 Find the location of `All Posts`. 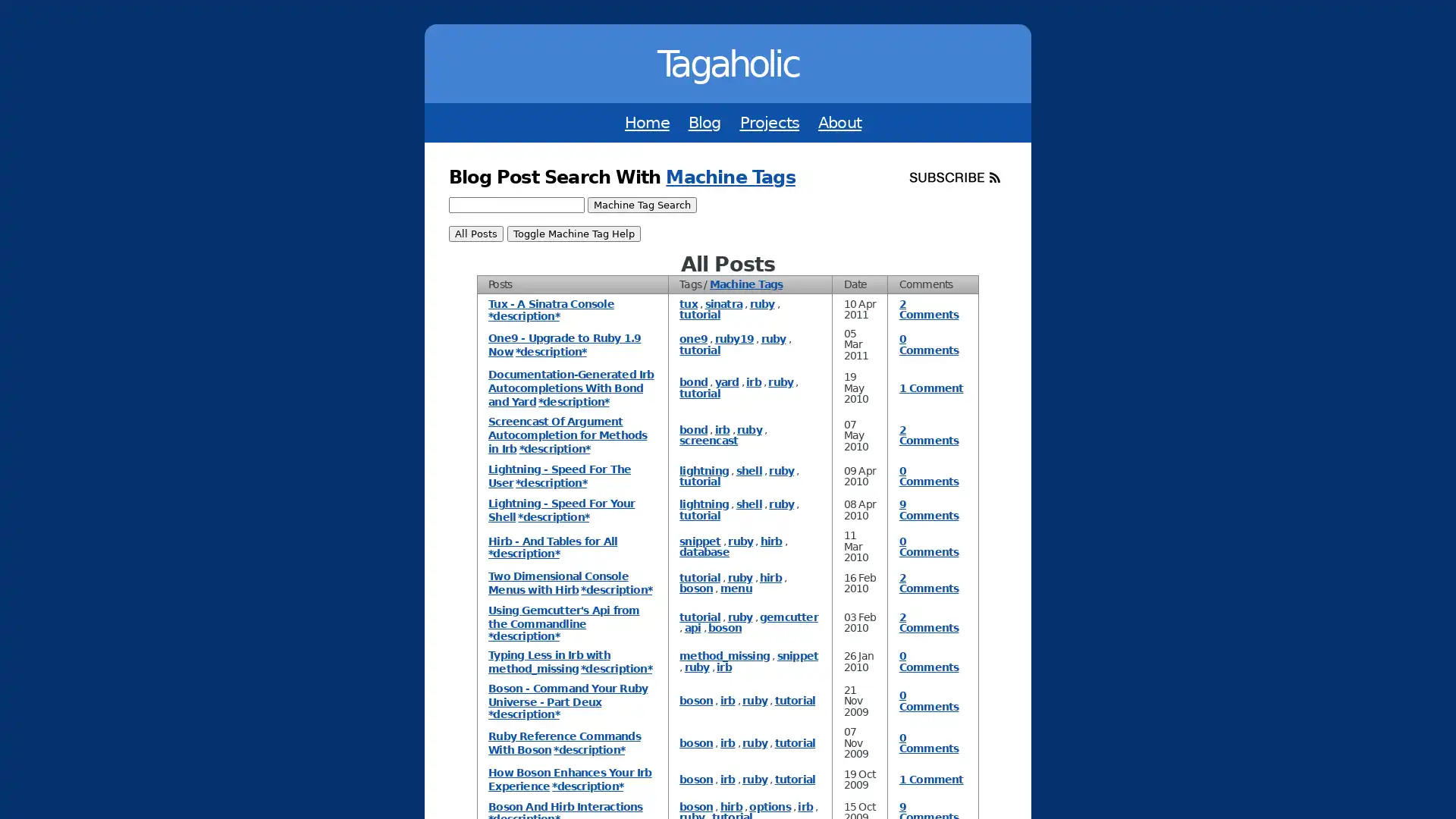

All Posts is located at coordinates (475, 234).